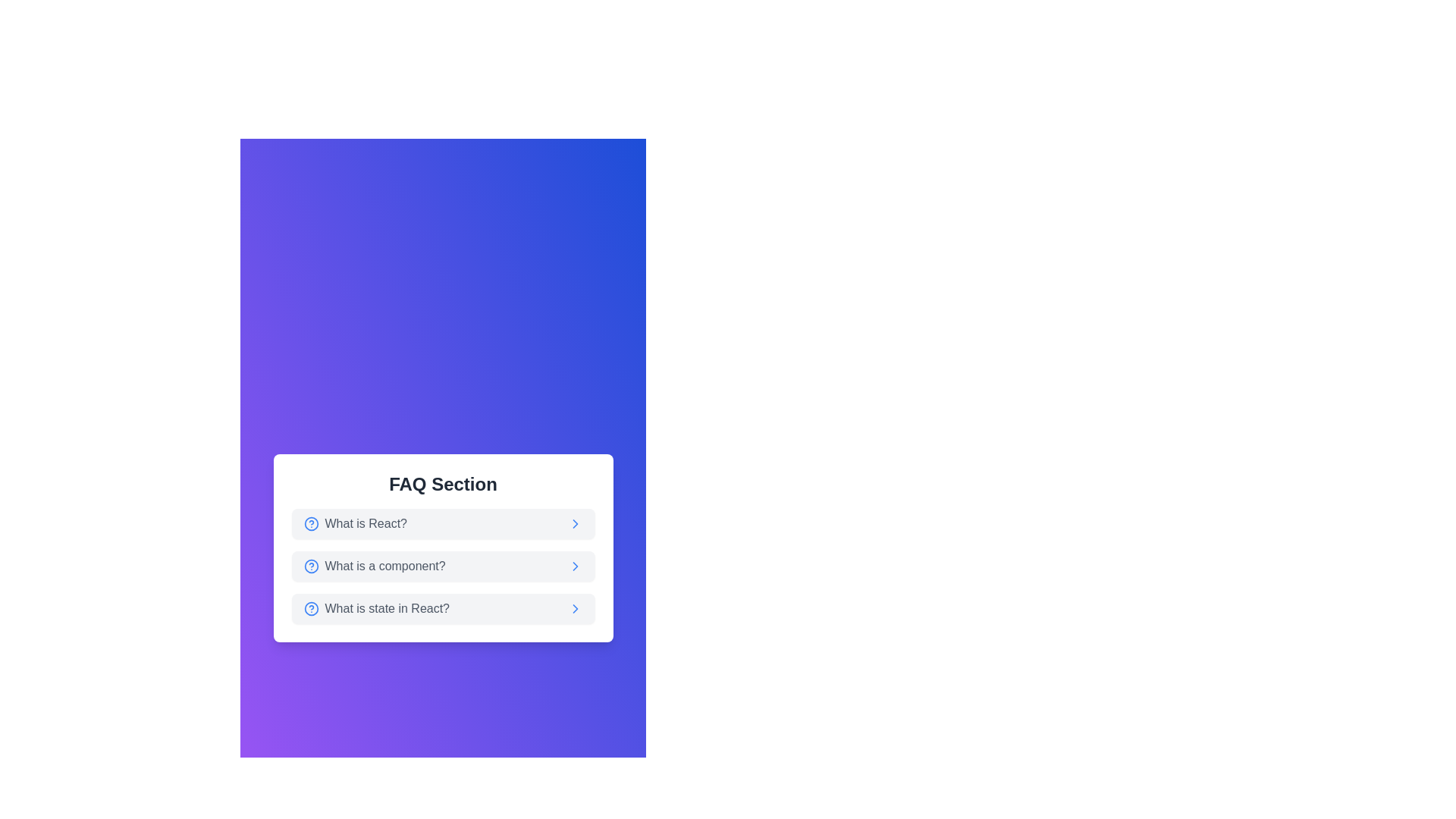  I want to click on the help icon positioned to the left of the text 'What is state in React?' in the third row of the FAQ list, so click(310, 607).